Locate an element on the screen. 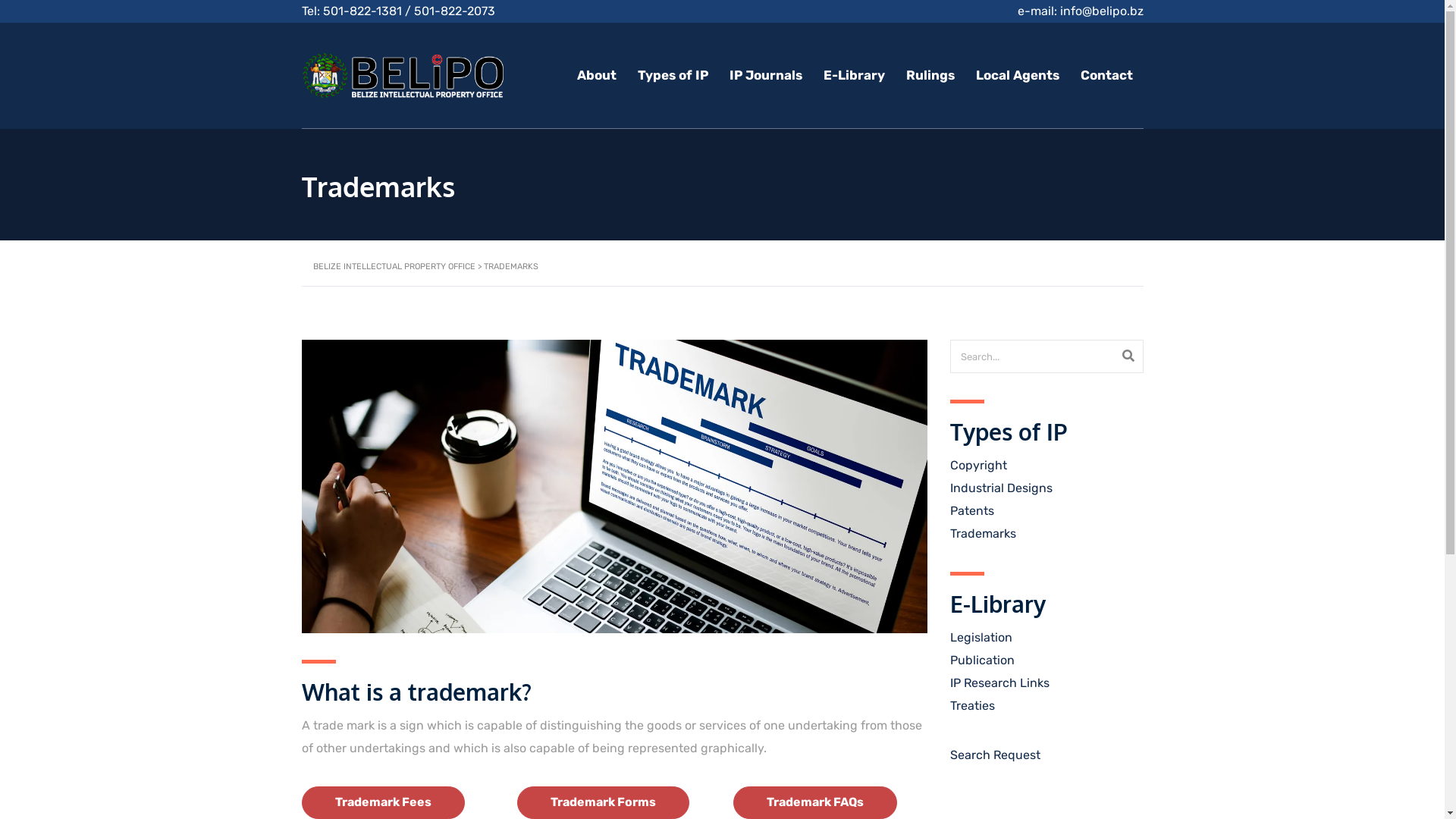  'Local Agents' is located at coordinates (1016, 75).